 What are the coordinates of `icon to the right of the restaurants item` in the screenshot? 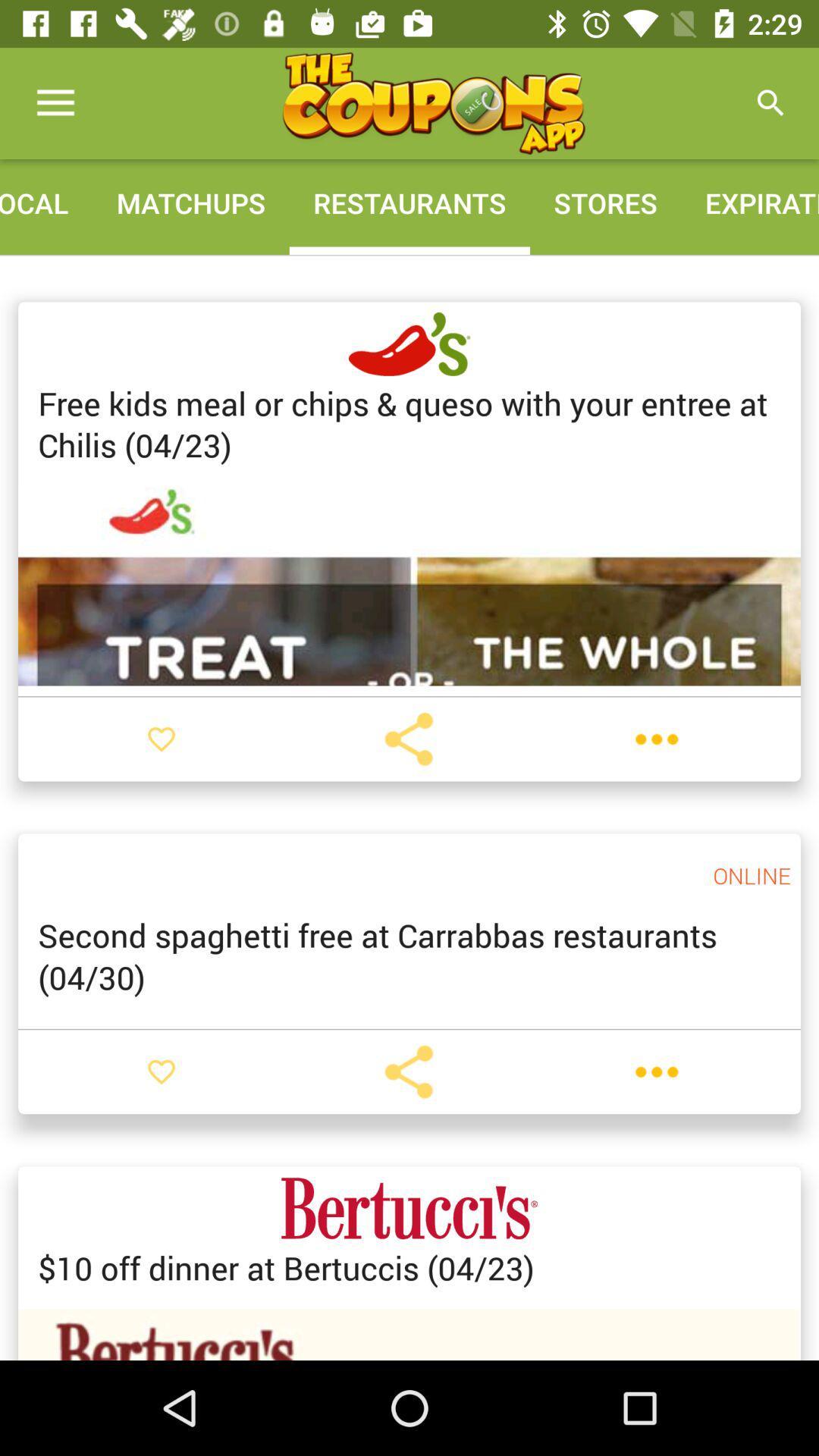 It's located at (604, 202).